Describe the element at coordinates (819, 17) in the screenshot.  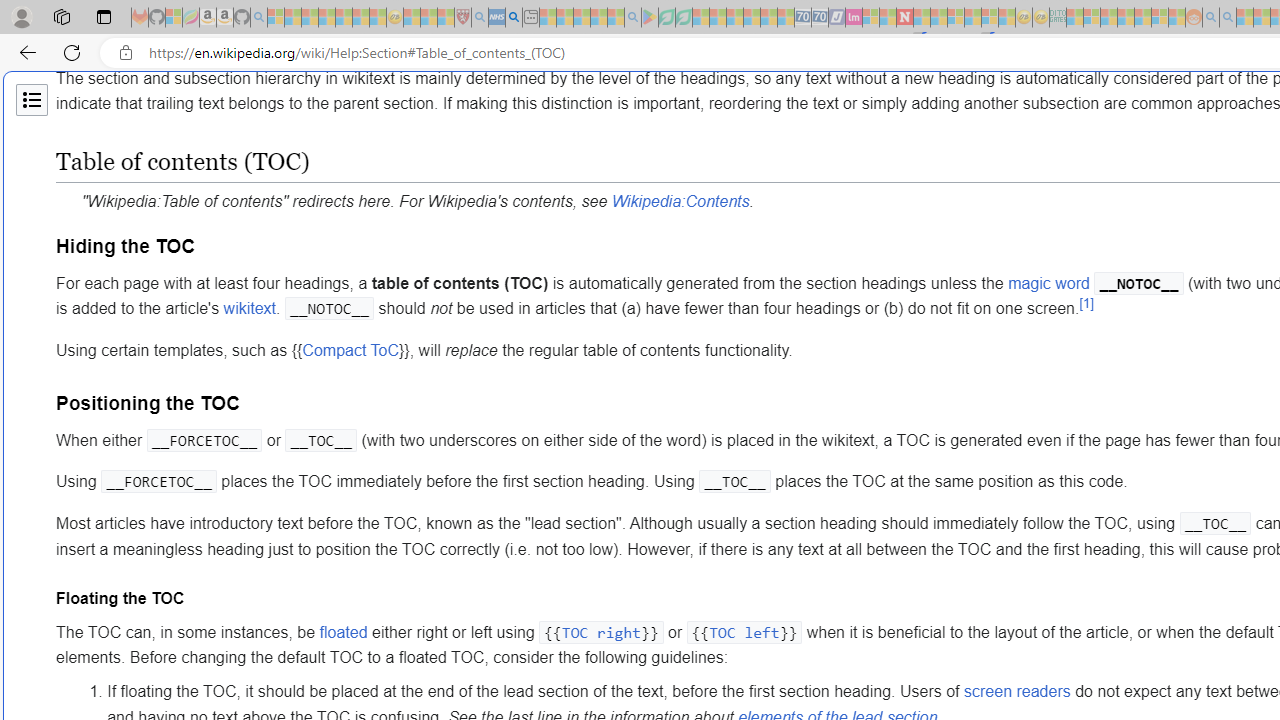
I see `'Cheap Hotels - Save70.com - Sleeping'` at that location.